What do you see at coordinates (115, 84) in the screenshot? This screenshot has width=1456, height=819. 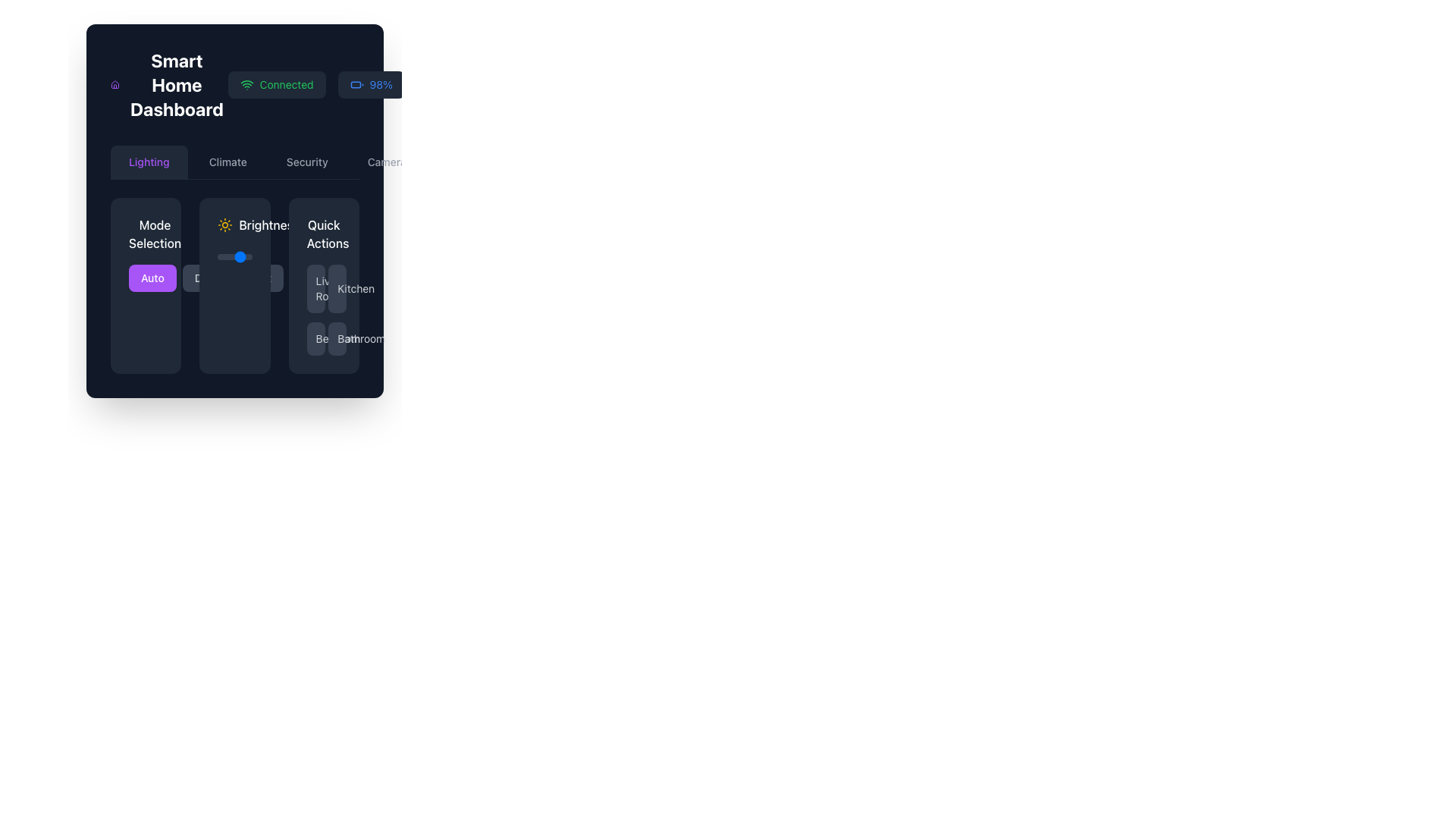 I see `the house icon in the title bar, which is filled with purple and located to the left of the 'Smart Home Dashboard' text` at bounding box center [115, 84].